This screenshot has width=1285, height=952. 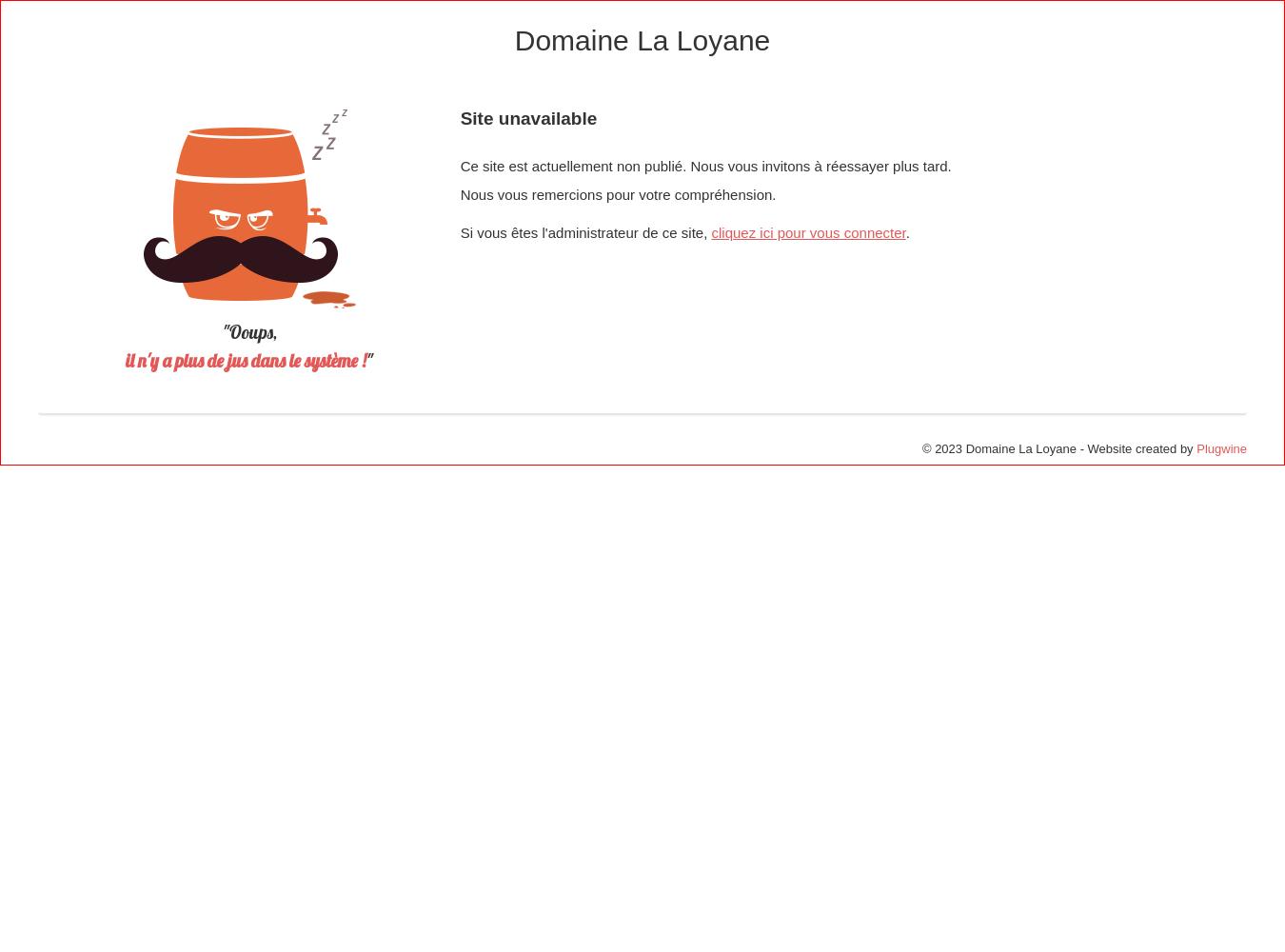 What do you see at coordinates (642, 40) in the screenshot?
I see `'Domaine La Loyane'` at bounding box center [642, 40].